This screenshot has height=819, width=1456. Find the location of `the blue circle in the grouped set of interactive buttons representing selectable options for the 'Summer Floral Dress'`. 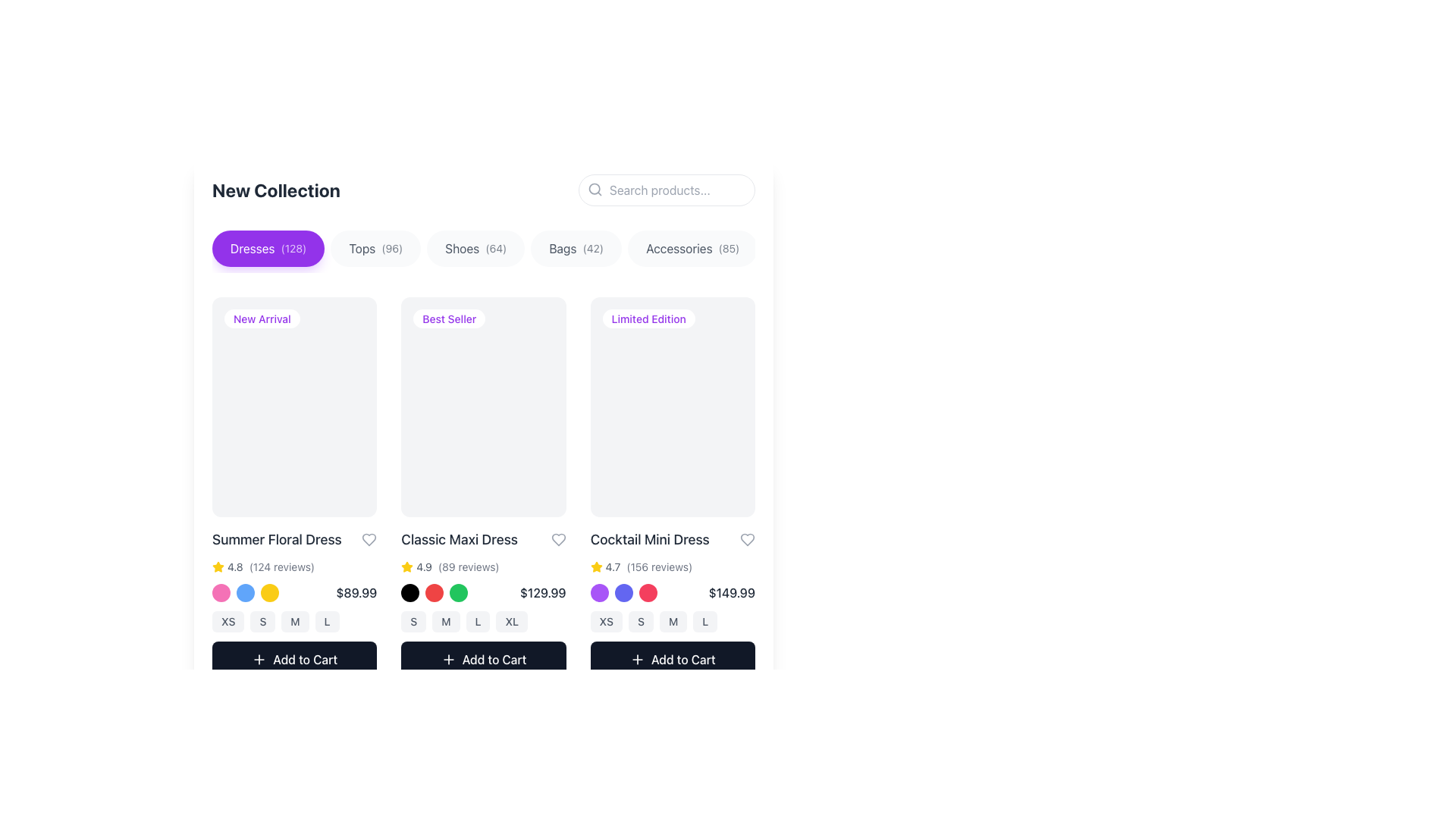

the blue circle in the grouped set of interactive buttons representing selectable options for the 'Summer Floral Dress' is located at coordinates (246, 591).